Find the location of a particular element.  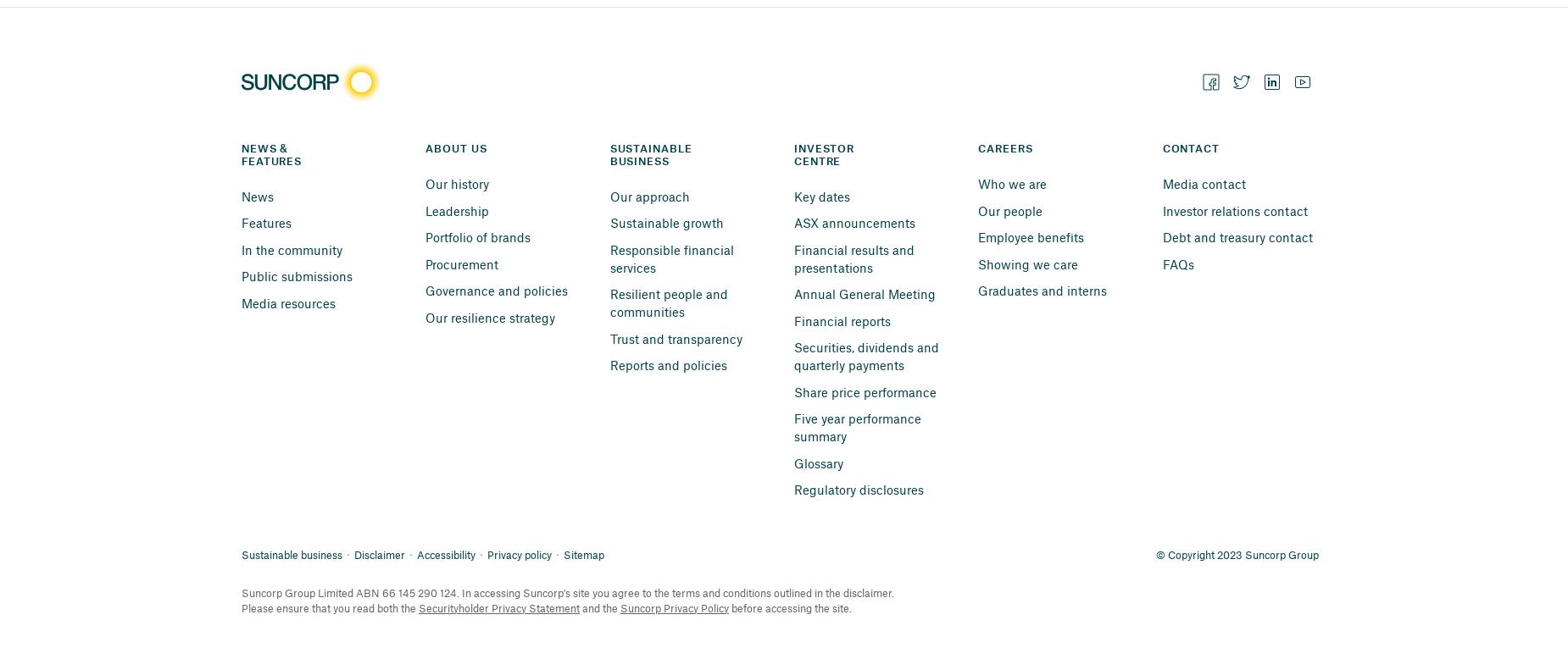

'Our history' is located at coordinates (457, 183).